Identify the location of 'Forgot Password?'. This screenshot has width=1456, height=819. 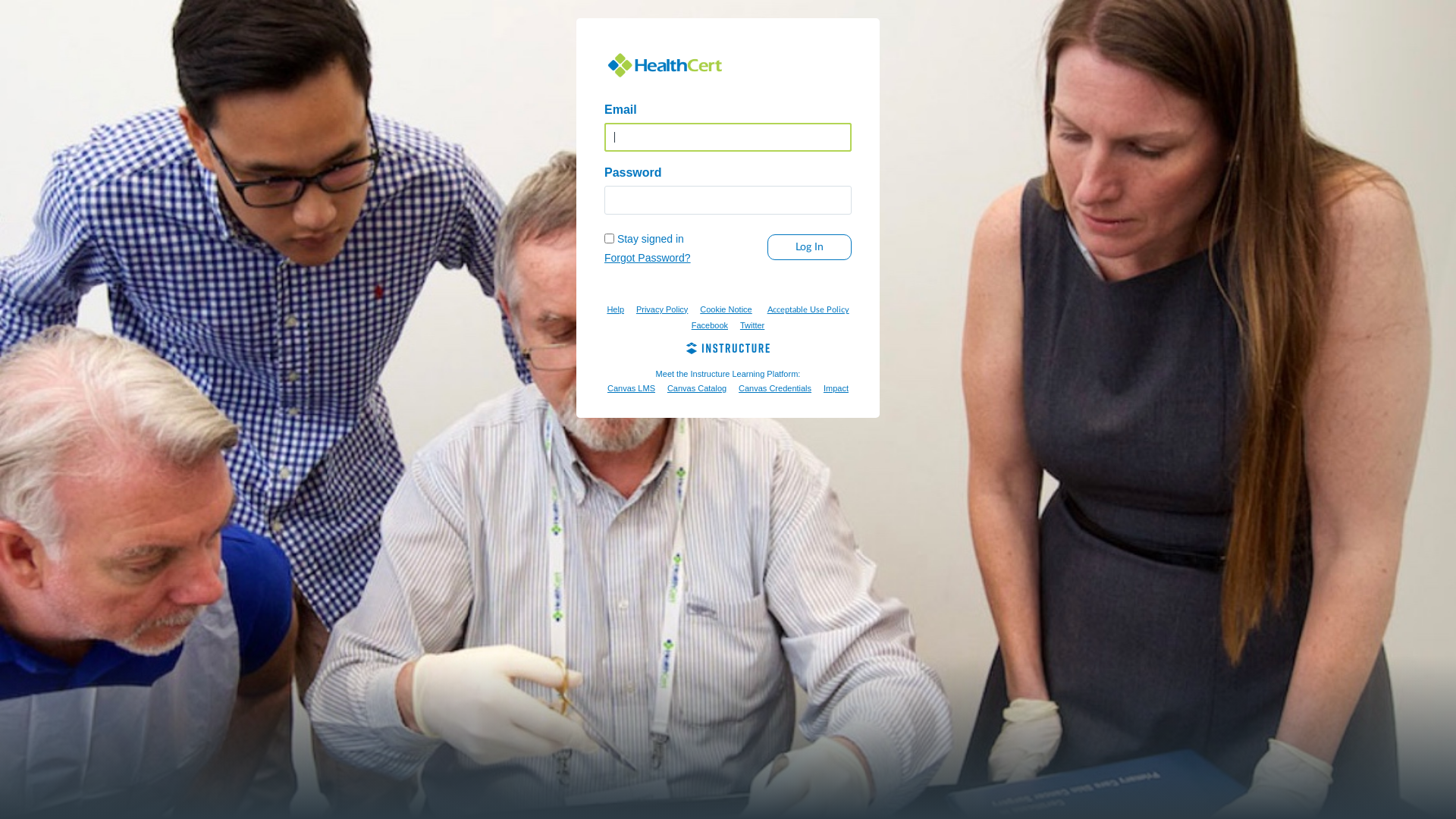
(648, 256).